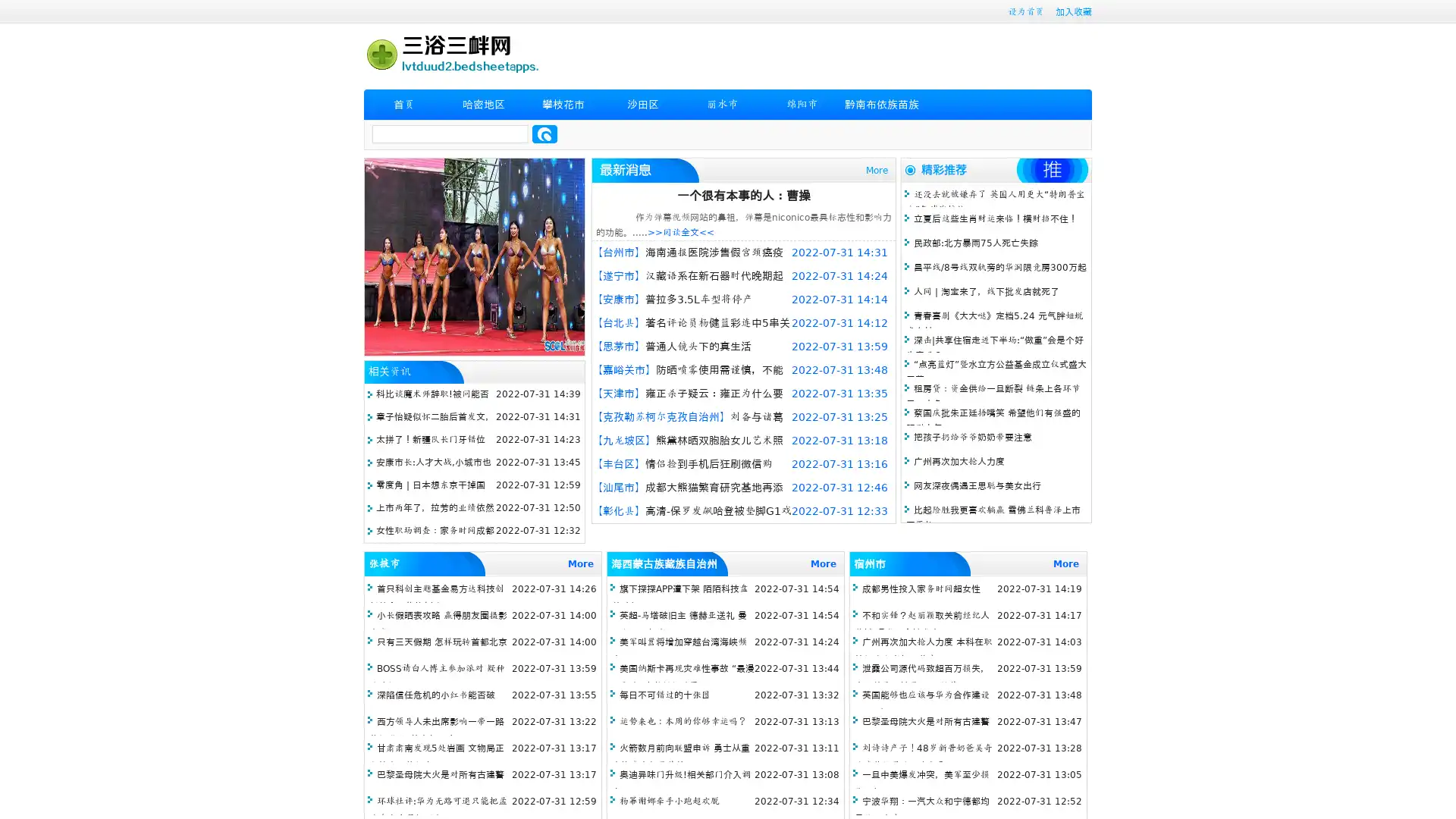  Describe the element at coordinates (544, 133) in the screenshot. I see `Search` at that location.